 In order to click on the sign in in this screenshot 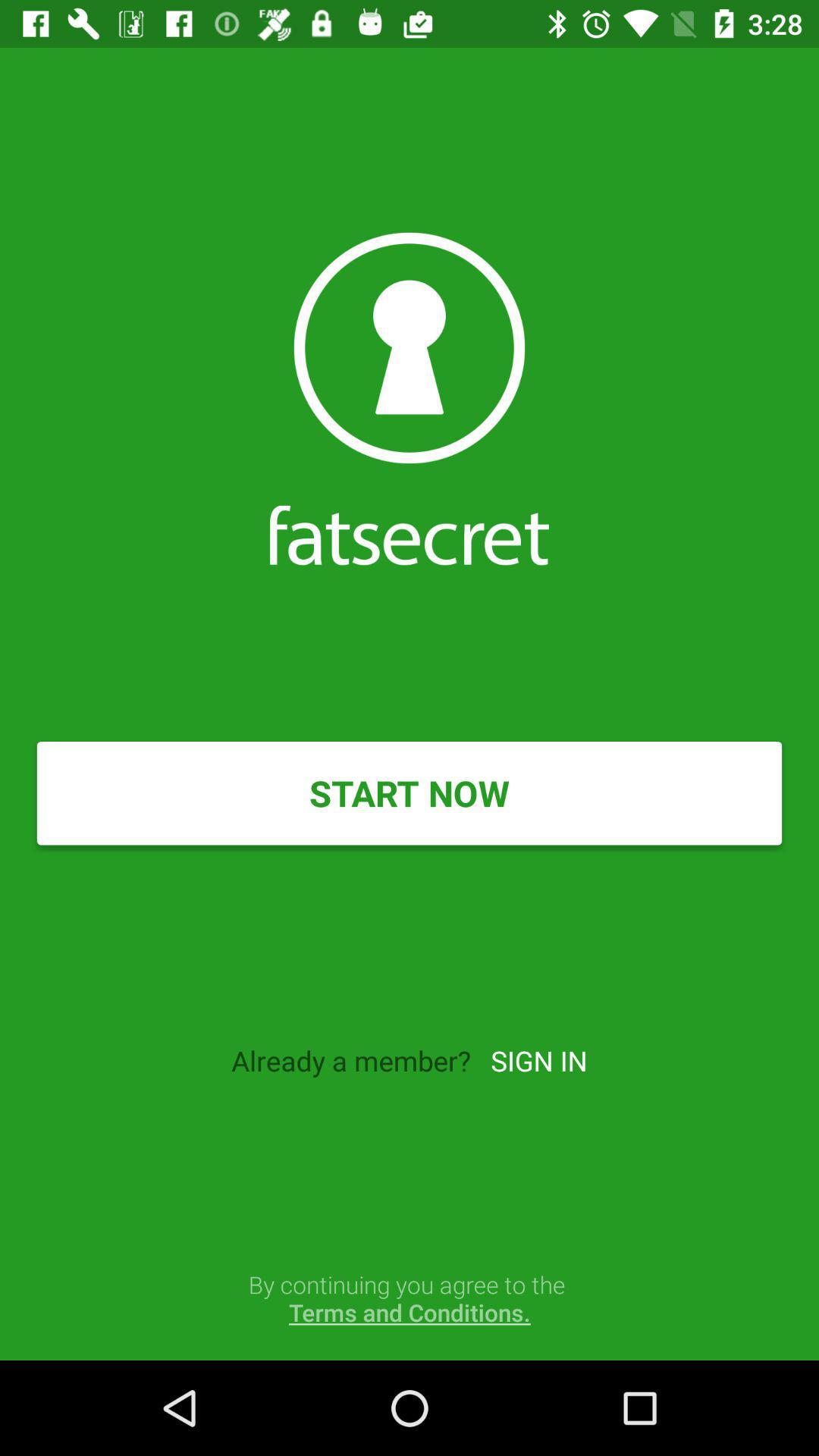, I will do `click(538, 1059)`.